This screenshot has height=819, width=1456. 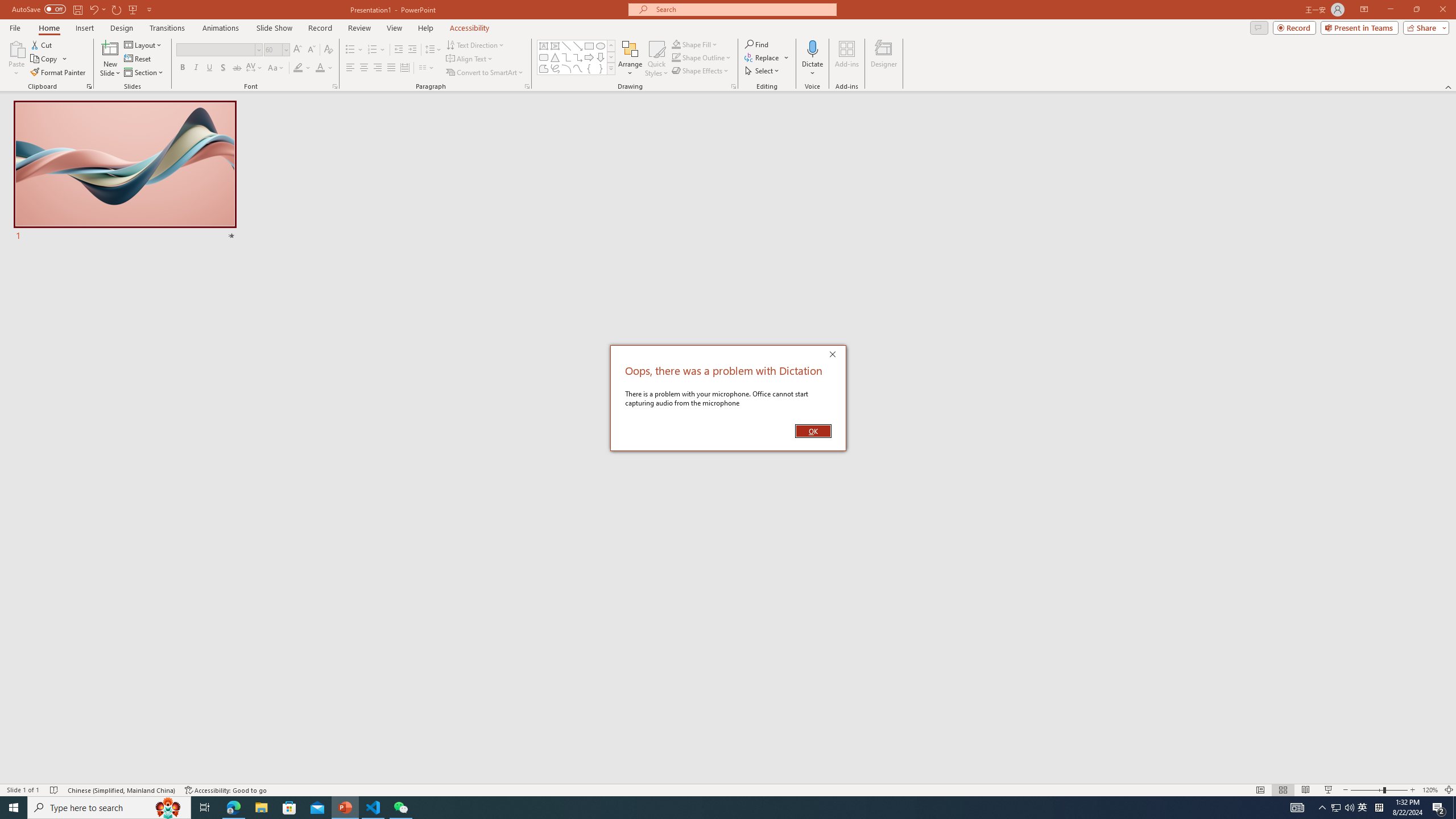 I want to click on 'File Explorer', so click(x=260, y=806).